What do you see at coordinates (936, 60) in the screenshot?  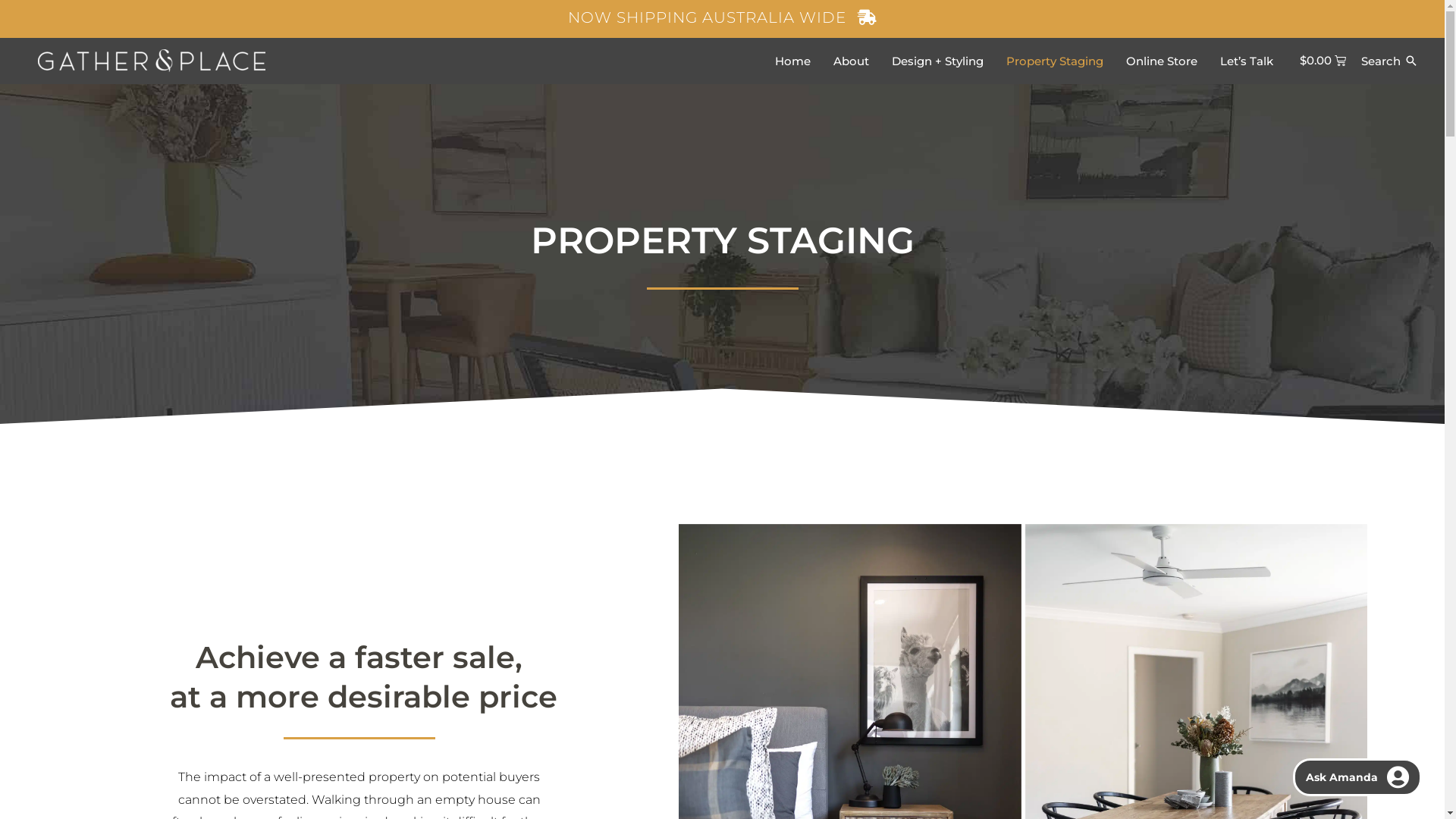 I see `'Design + Styling'` at bounding box center [936, 60].